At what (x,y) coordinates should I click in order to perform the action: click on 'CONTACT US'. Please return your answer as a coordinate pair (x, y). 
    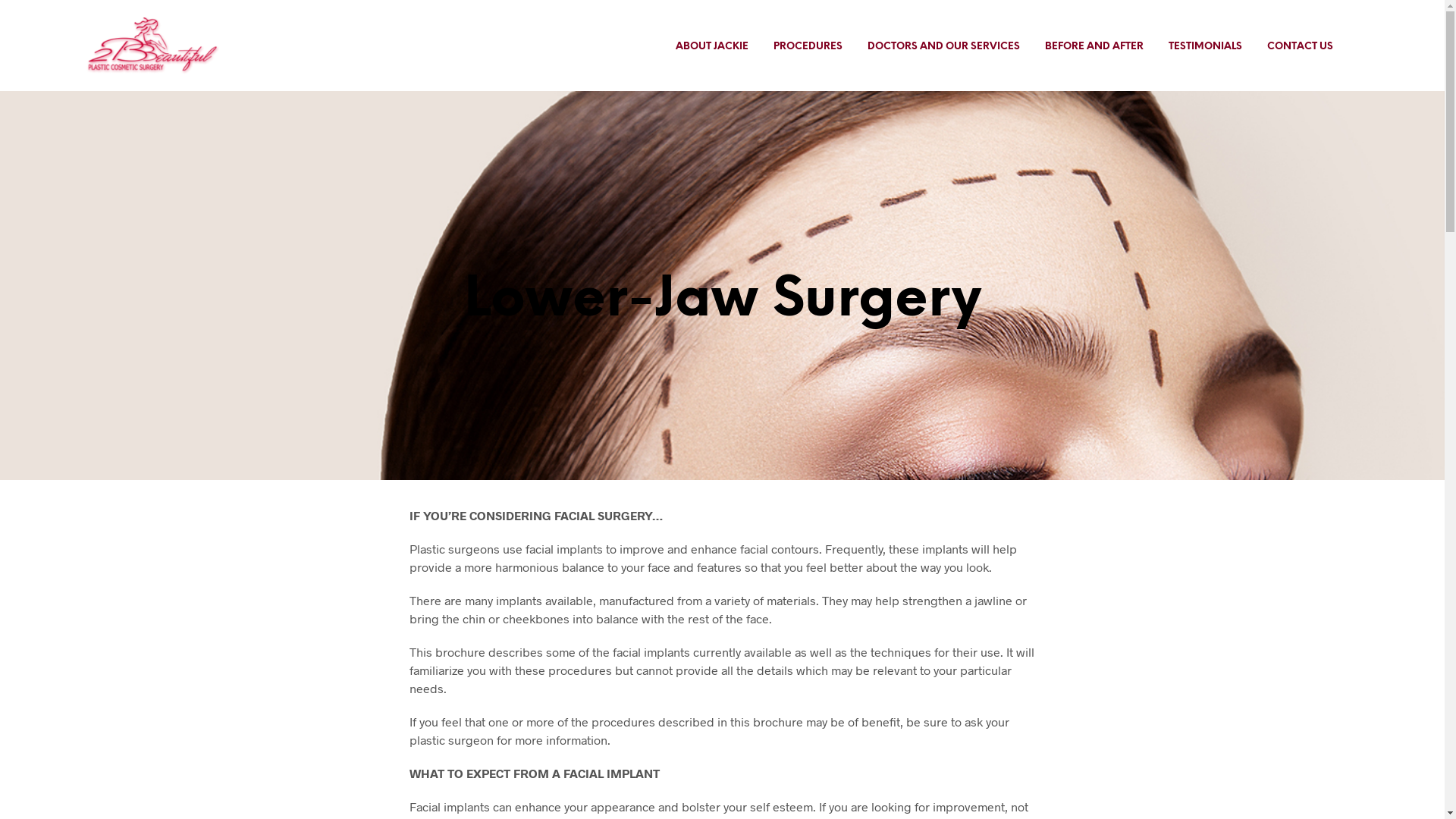
    Looking at the image, I should click on (1299, 45).